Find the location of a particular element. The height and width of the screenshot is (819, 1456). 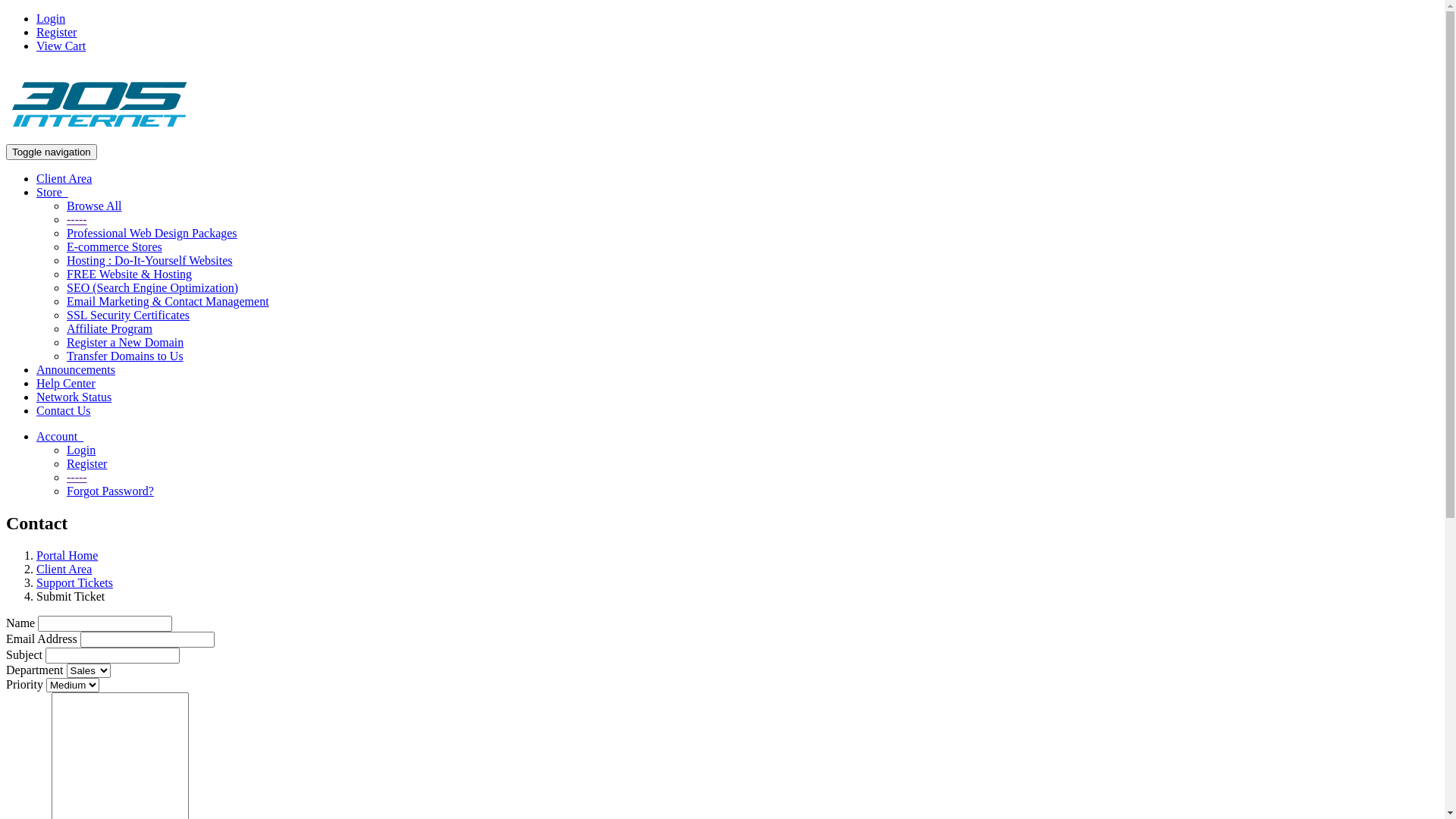

'Account  ' is located at coordinates (59, 436).